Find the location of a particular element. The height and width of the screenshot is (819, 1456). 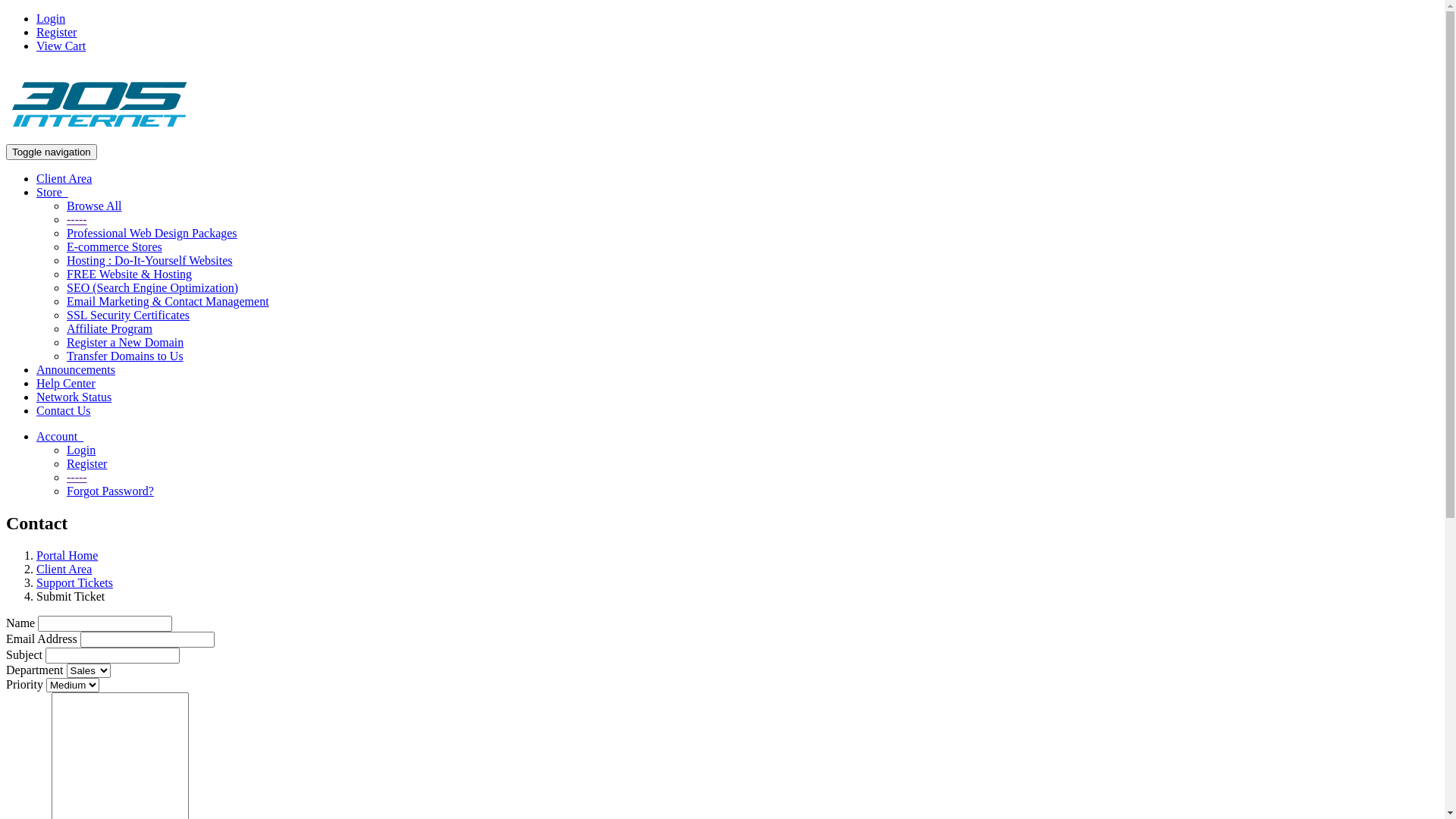

'Account  ' is located at coordinates (59, 436).